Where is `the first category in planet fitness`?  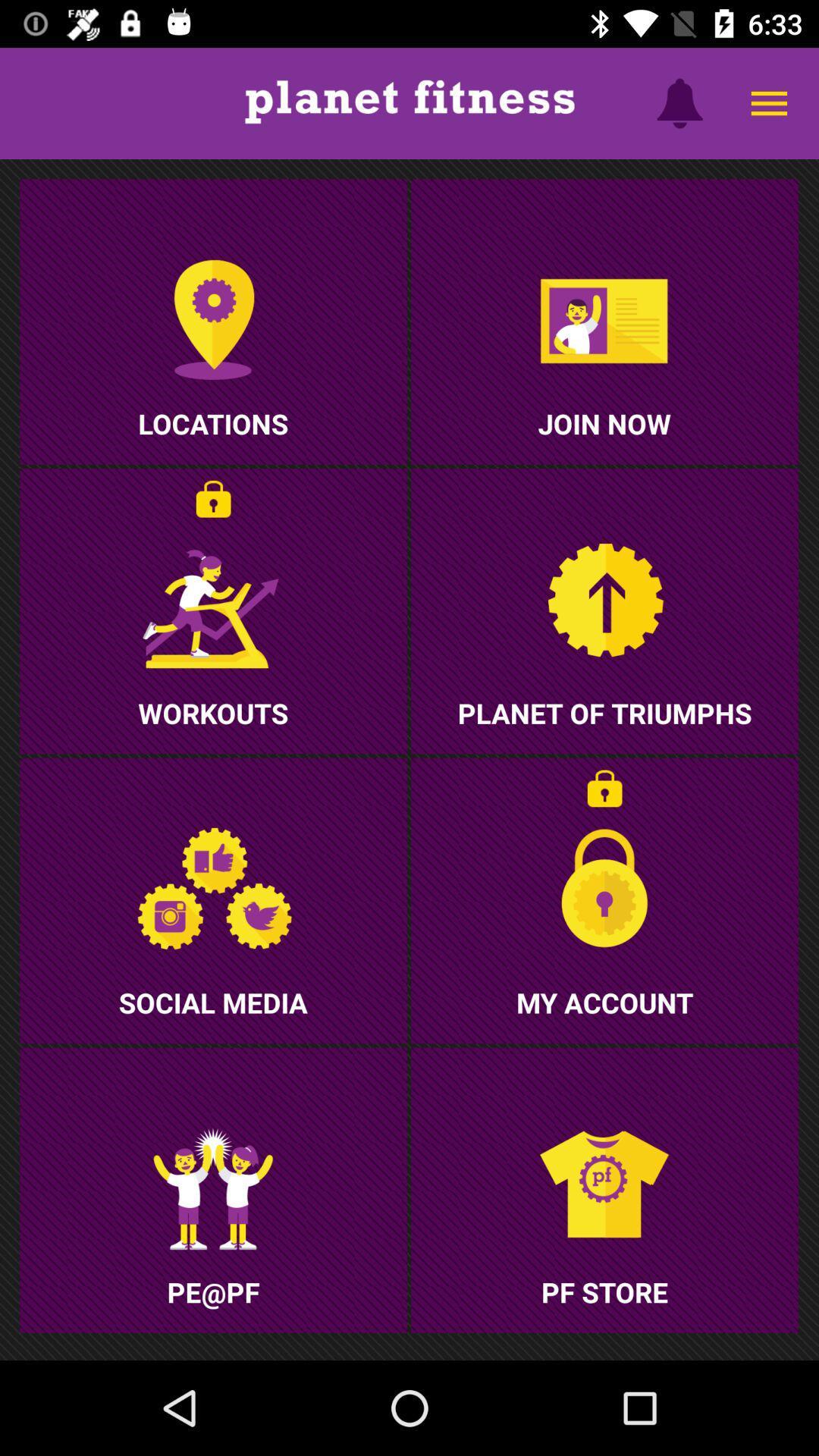 the first category in planet fitness is located at coordinates (213, 321).